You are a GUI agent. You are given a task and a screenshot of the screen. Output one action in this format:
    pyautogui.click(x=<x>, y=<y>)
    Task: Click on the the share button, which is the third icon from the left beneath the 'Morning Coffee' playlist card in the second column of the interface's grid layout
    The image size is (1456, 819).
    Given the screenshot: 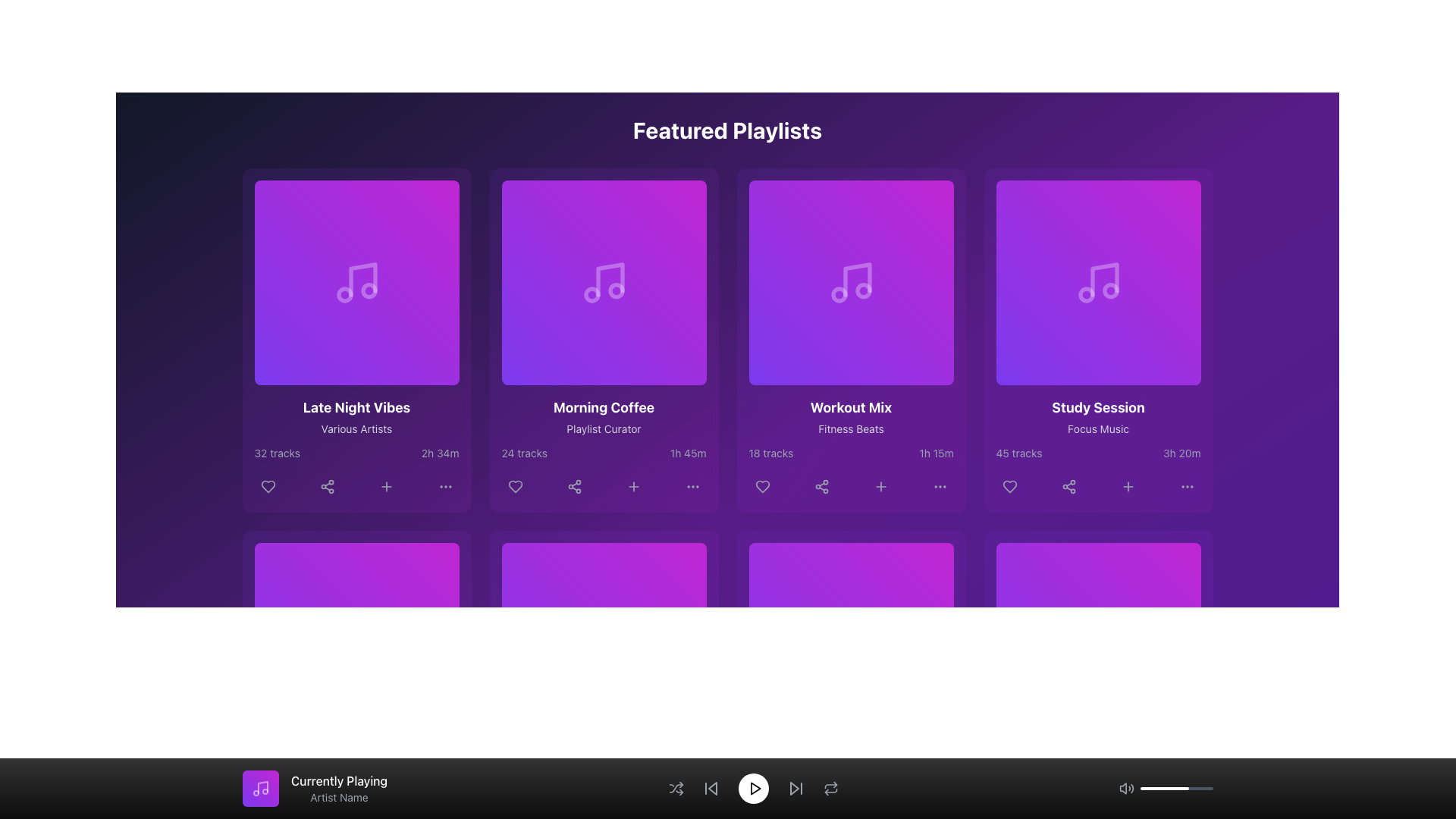 What is the action you would take?
    pyautogui.click(x=573, y=486)
    